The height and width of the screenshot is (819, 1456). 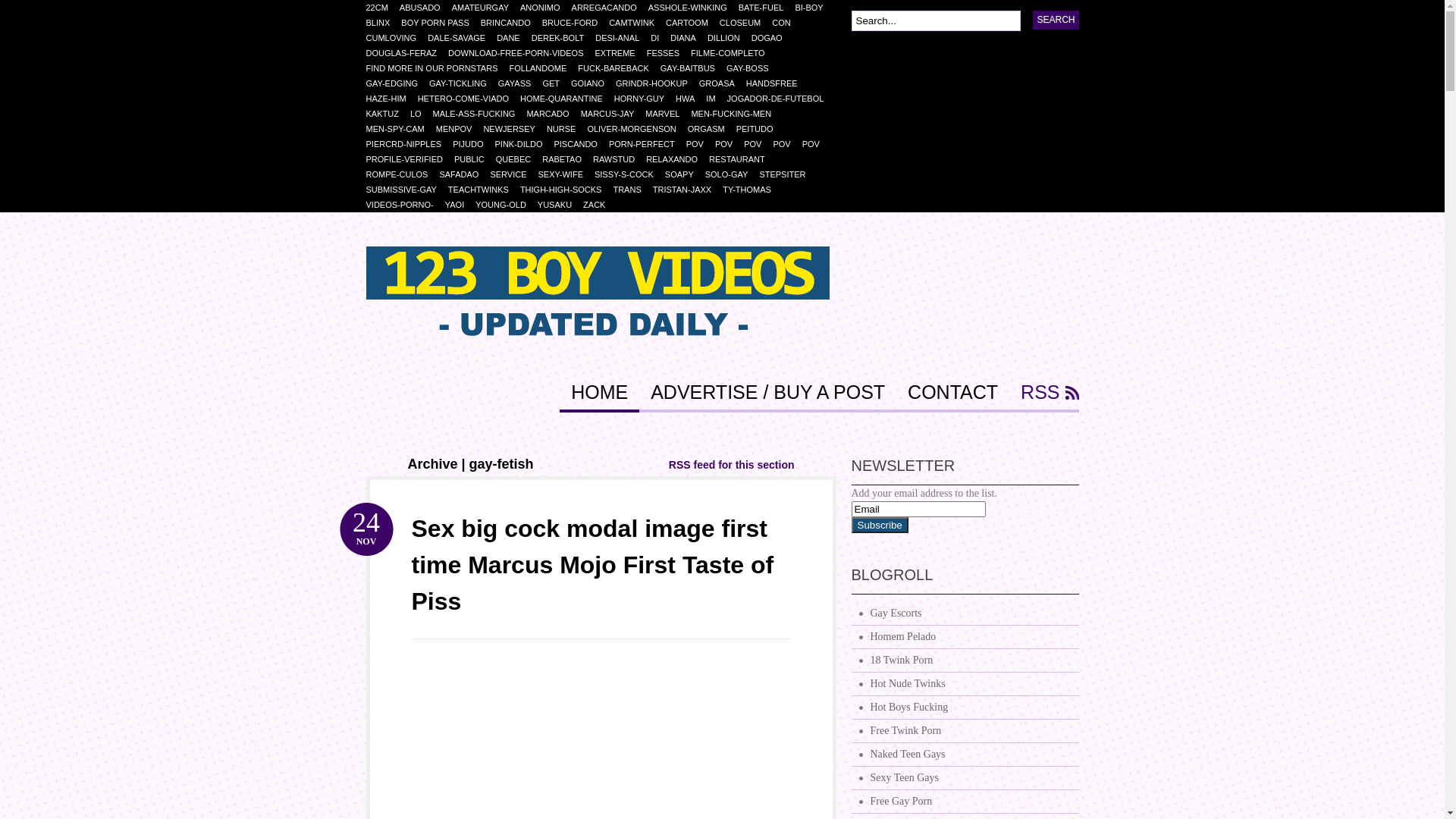 What do you see at coordinates (745, 23) in the screenshot?
I see `'CLOSEUM'` at bounding box center [745, 23].